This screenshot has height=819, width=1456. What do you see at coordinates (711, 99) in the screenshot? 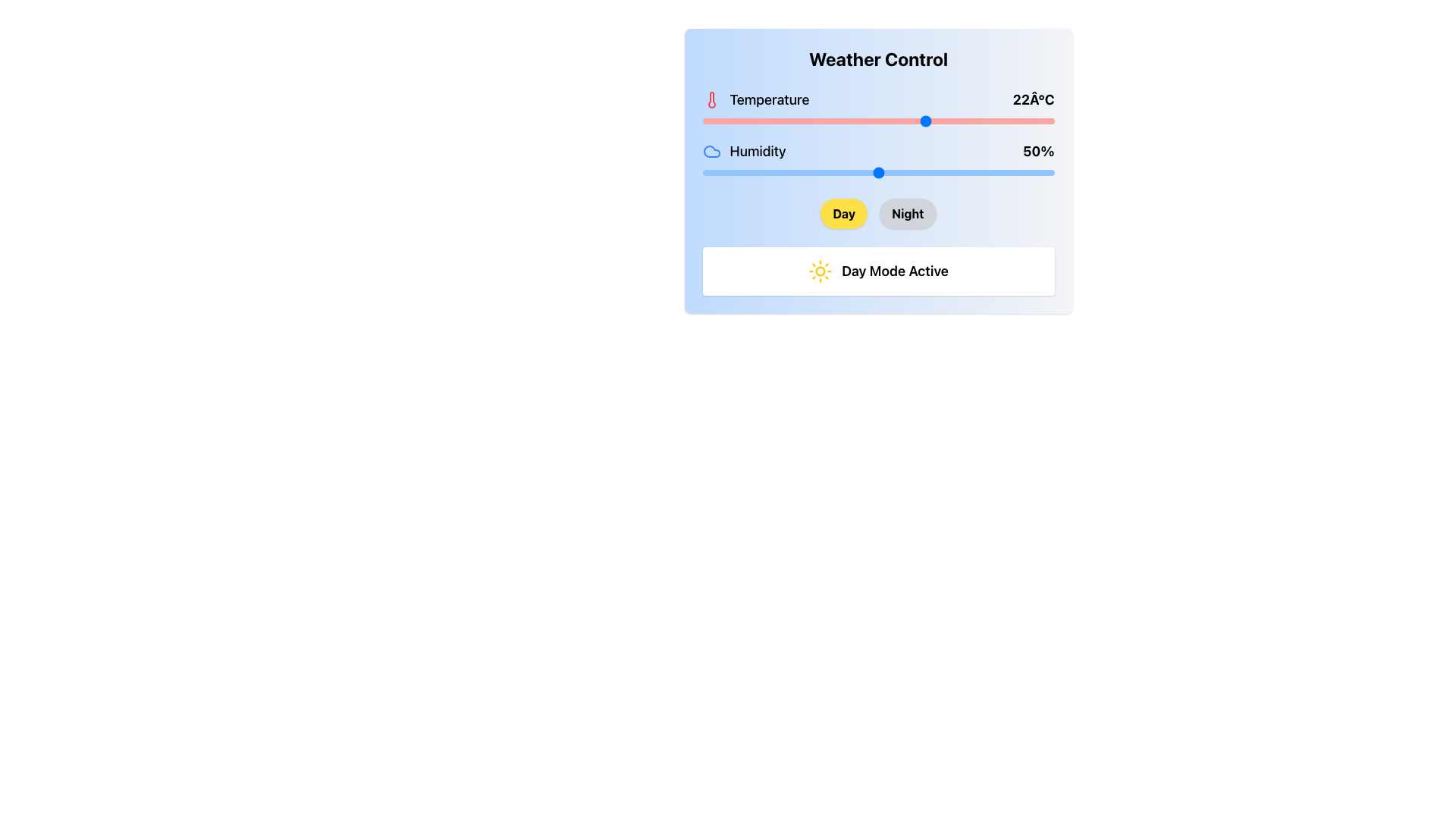
I see `the red thermometer icon located in the top-left section of the weather control panel, adjacent to the 'Temperature' label and slider control` at bounding box center [711, 99].